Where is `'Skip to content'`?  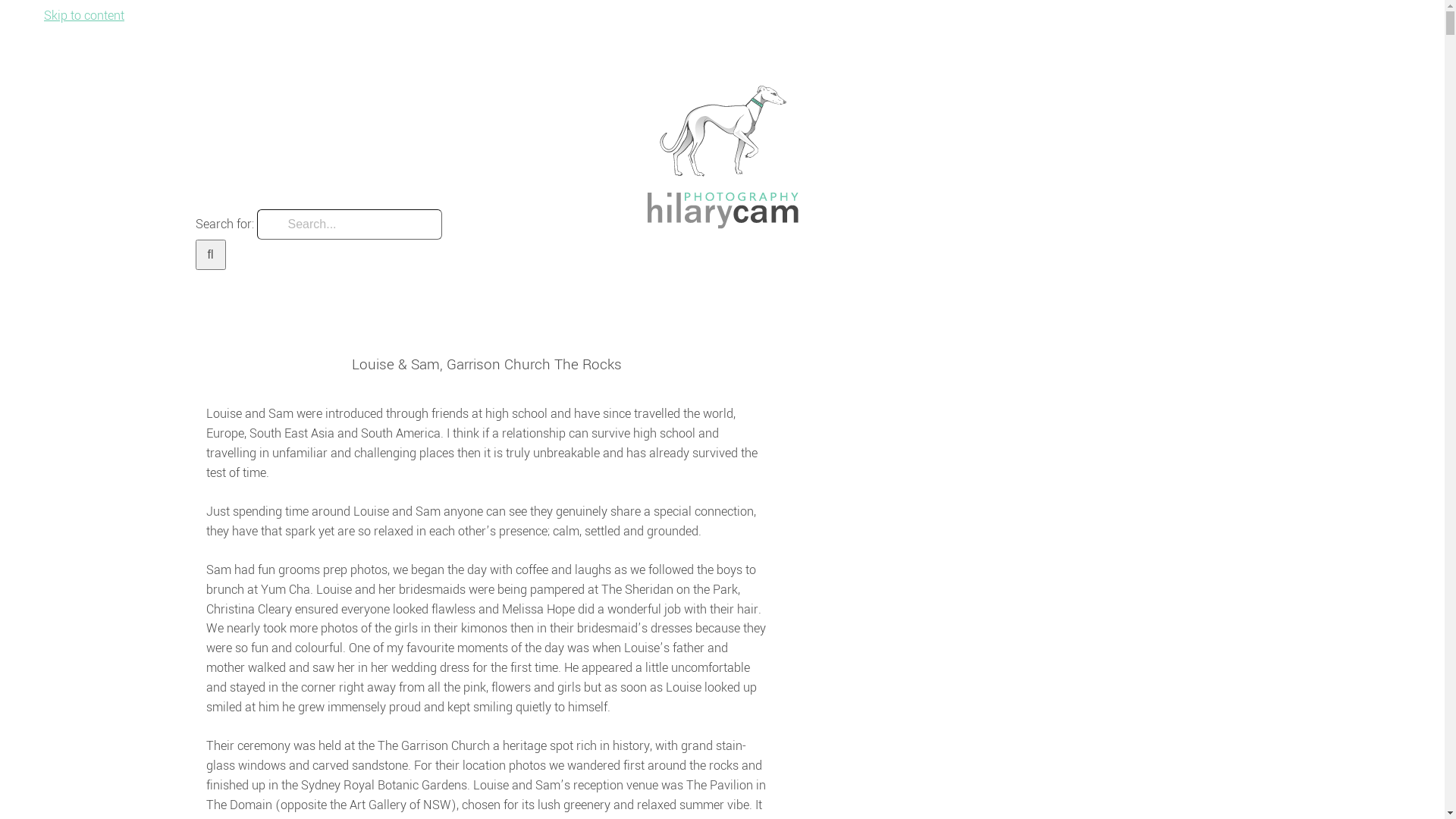
'Skip to content' is located at coordinates (43, 15).